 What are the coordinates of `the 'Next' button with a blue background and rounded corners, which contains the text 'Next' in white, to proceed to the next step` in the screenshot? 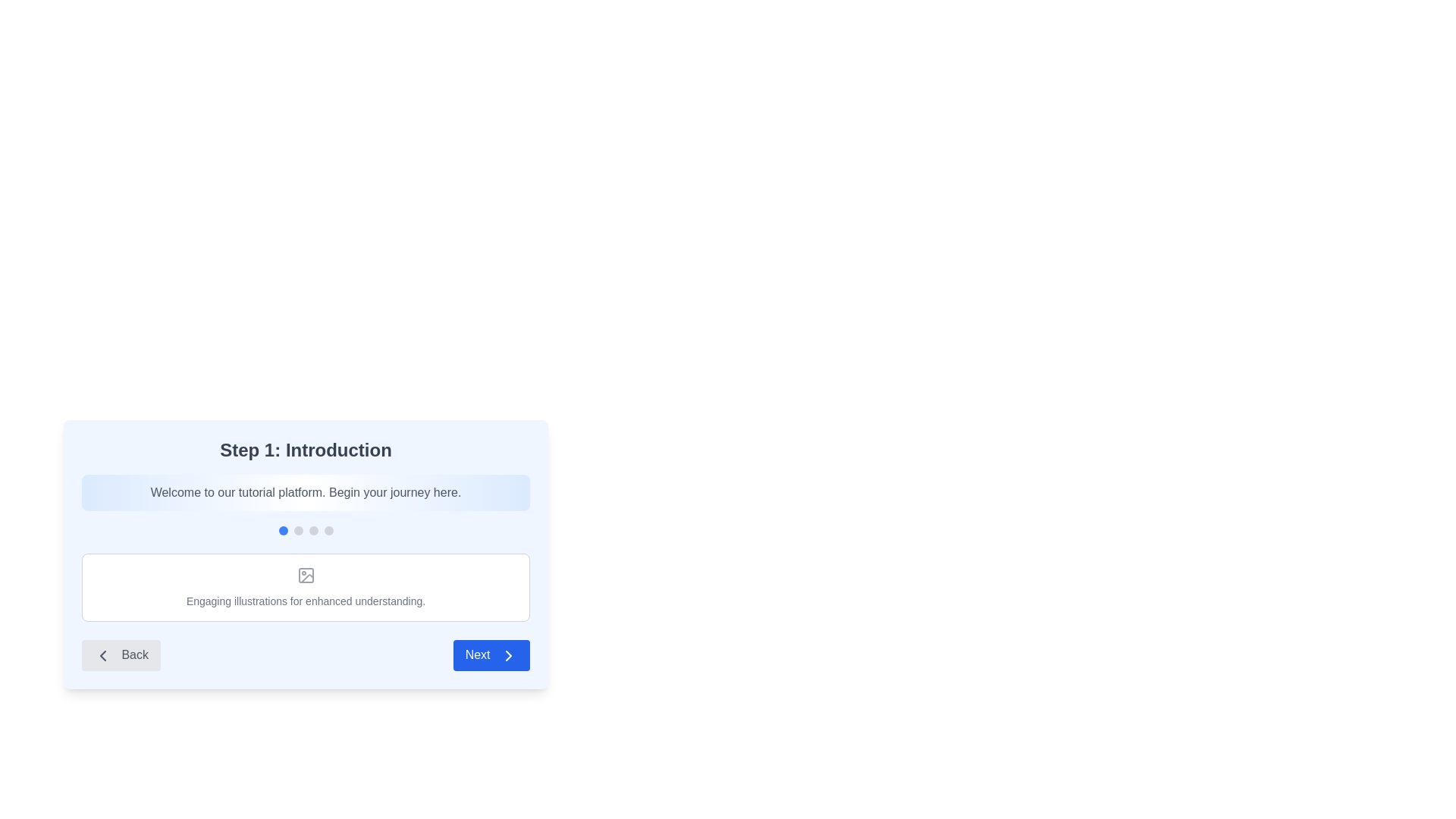 It's located at (491, 654).